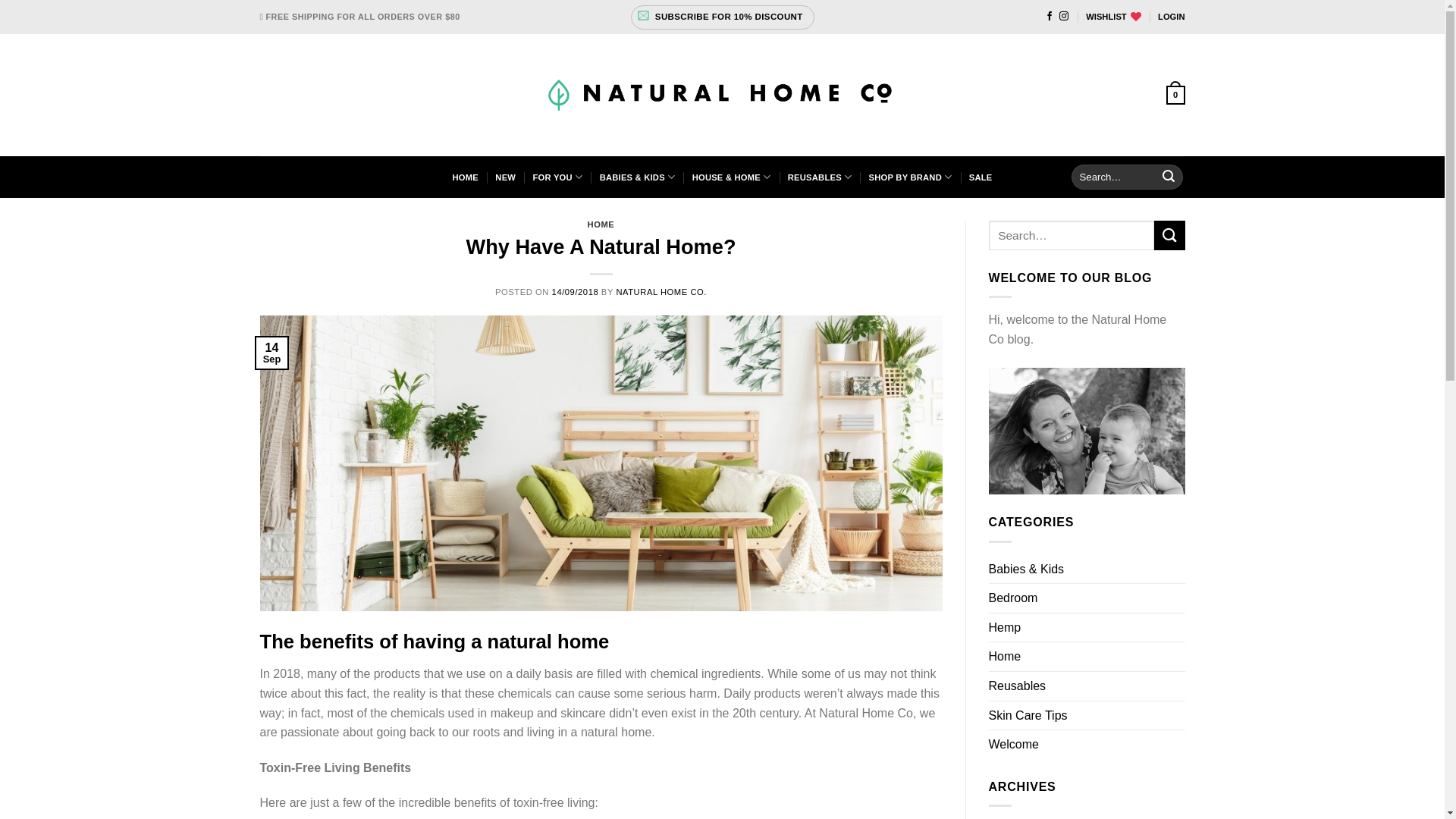  I want to click on '0', so click(1175, 95).